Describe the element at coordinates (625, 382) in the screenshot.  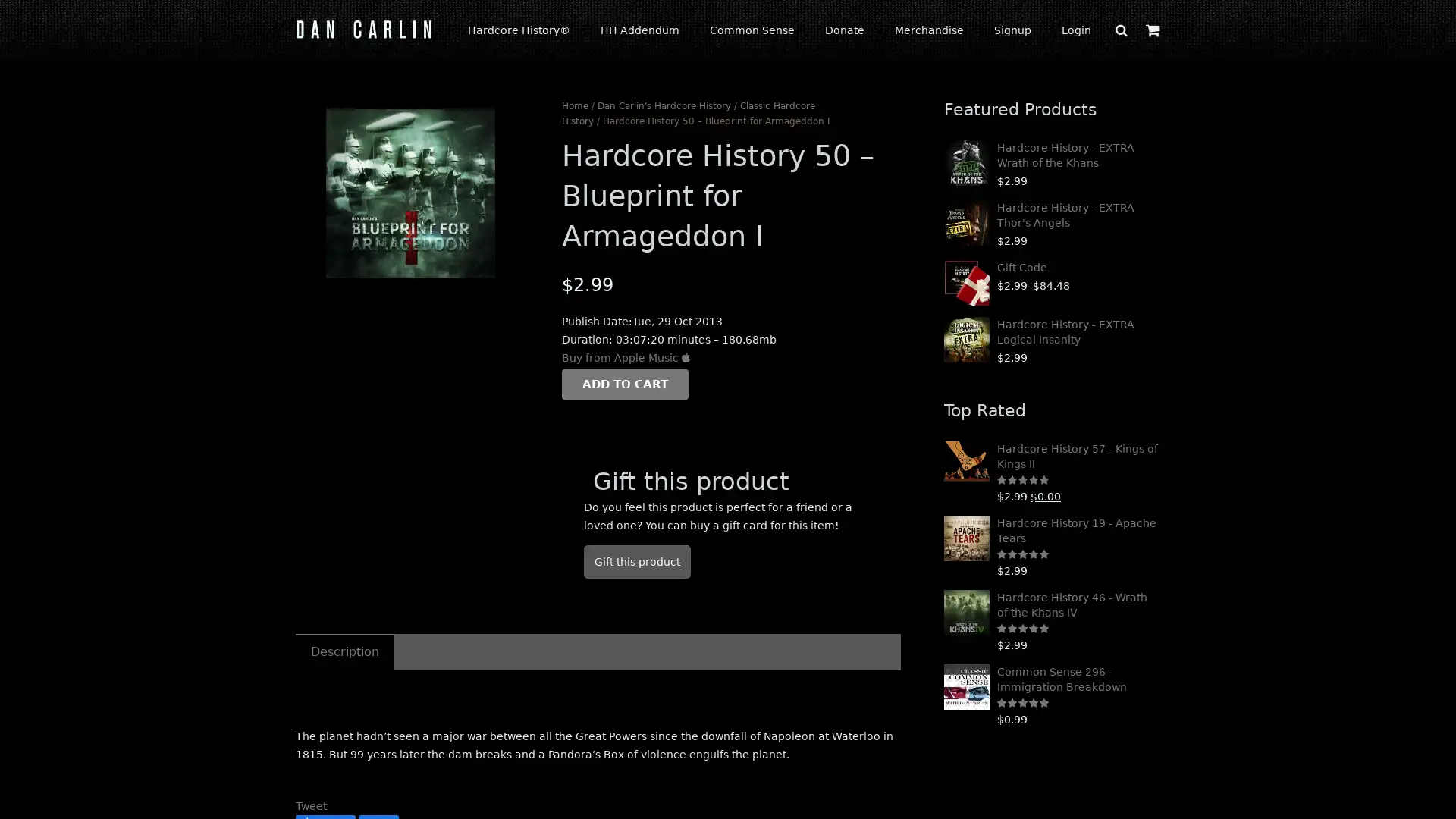
I see `ADD TO CART` at that location.